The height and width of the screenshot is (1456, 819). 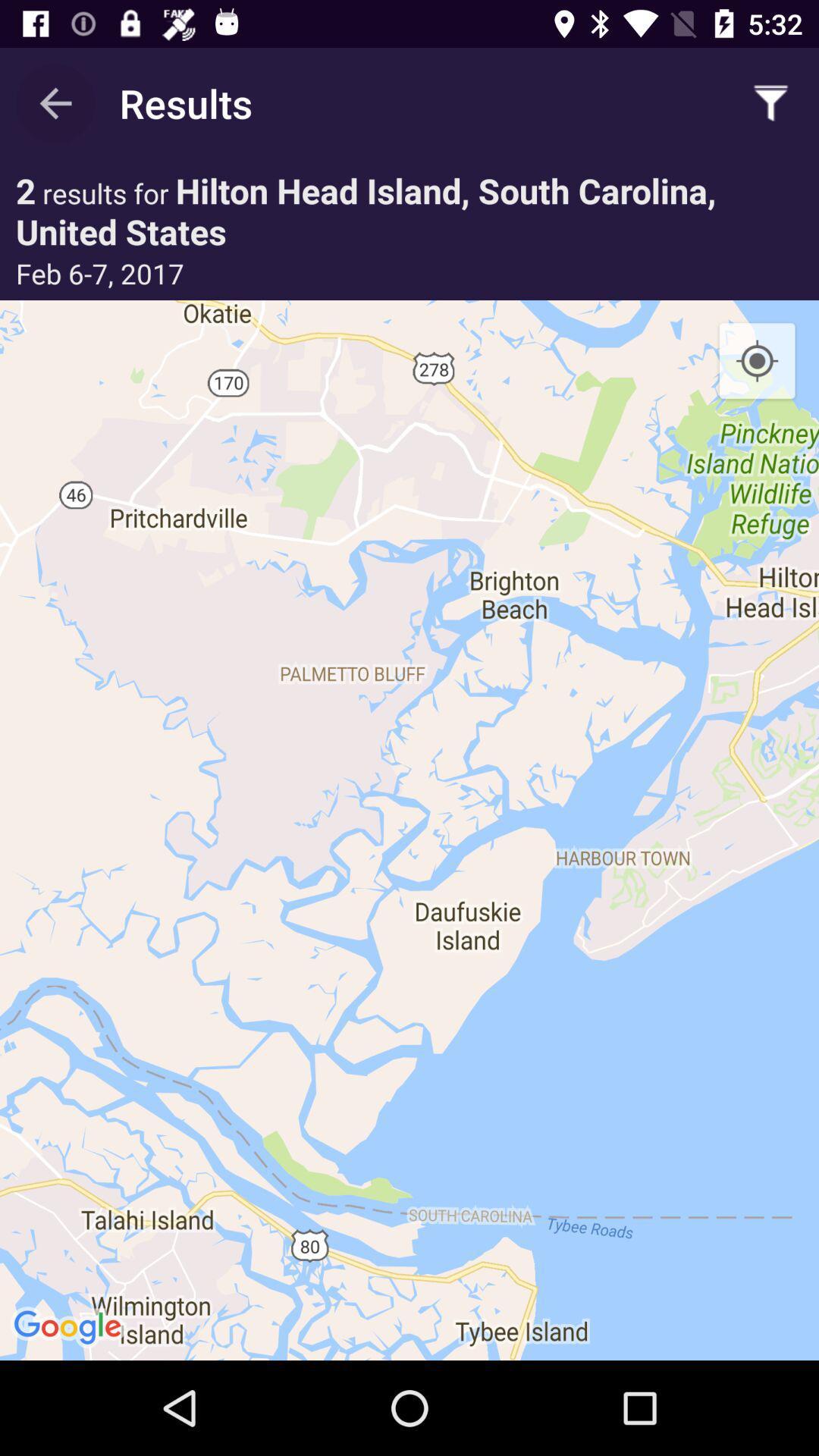 What do you see at coordinates (757, 361) in the screenshot?
I see `the location_crosshair icon` at bounding box center [757, 361].